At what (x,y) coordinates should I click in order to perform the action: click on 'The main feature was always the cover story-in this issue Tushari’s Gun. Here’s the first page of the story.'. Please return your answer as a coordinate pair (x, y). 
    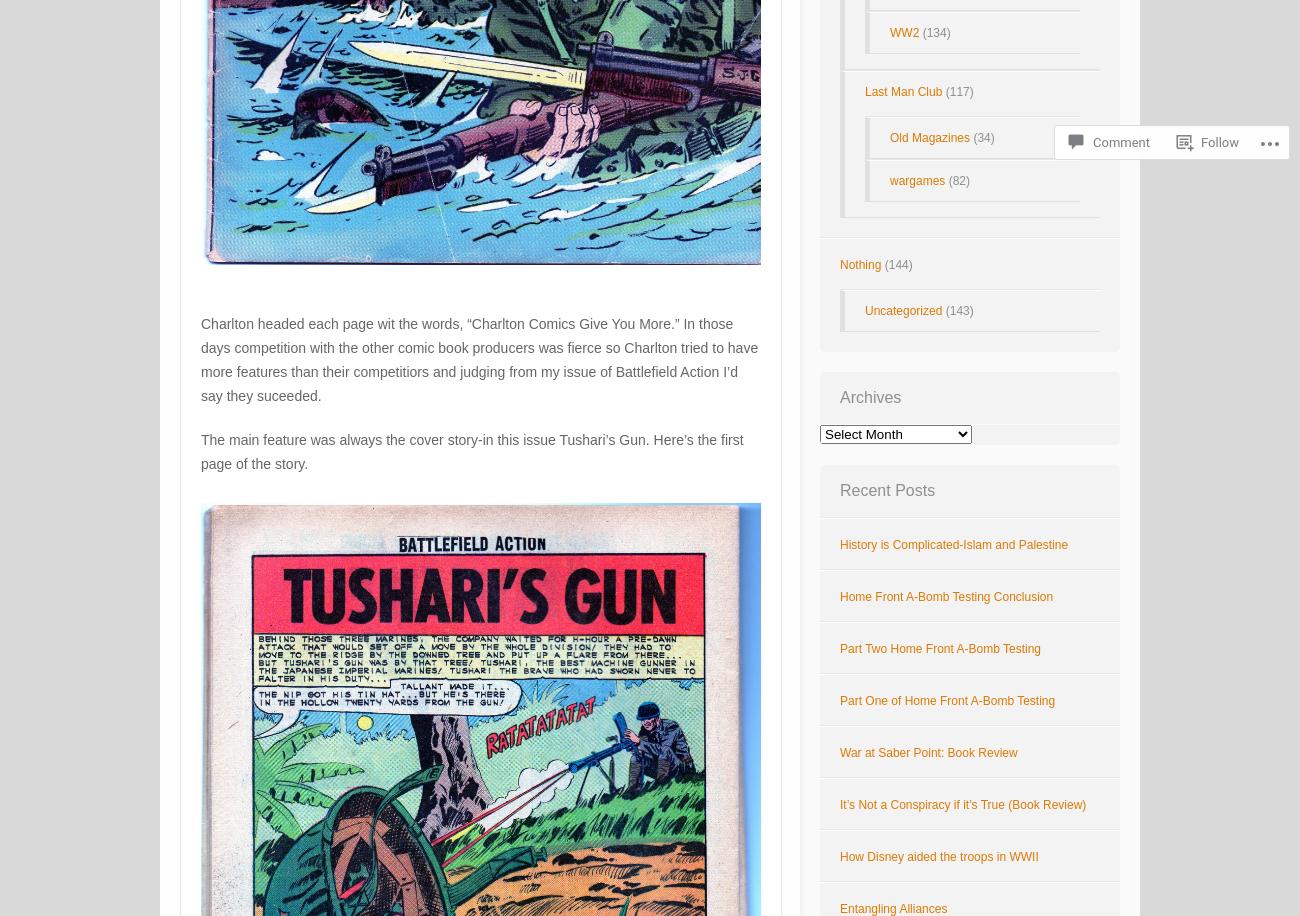
    Looking at the image, I should click on (471, 450).